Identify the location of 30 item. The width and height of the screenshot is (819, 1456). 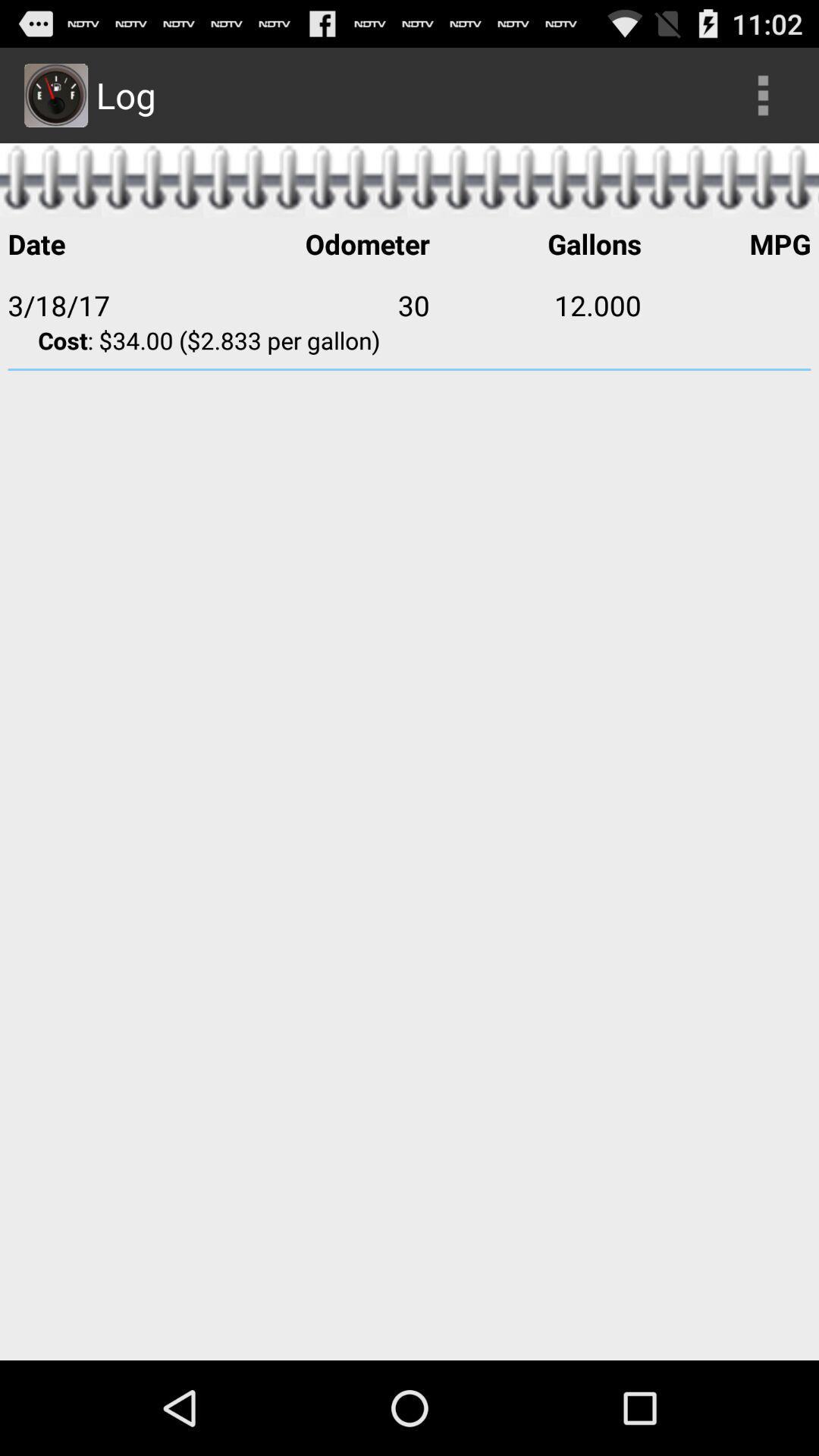
(323, 304).